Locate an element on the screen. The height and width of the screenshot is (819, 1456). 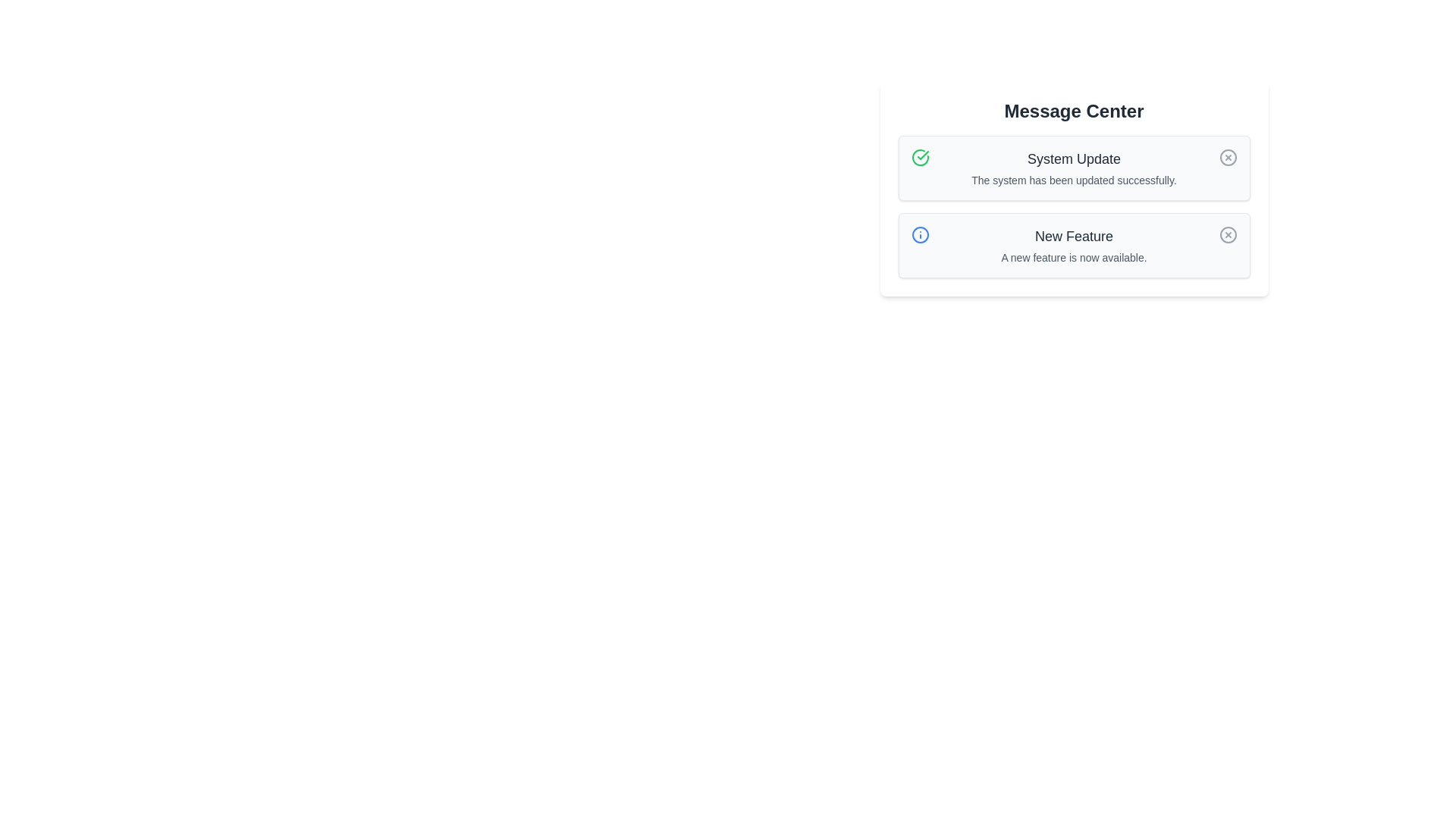
the circular graphical element located to the right of the 'System Update' text in the 'Message Center' panel is located at coordinates (1228, 158).